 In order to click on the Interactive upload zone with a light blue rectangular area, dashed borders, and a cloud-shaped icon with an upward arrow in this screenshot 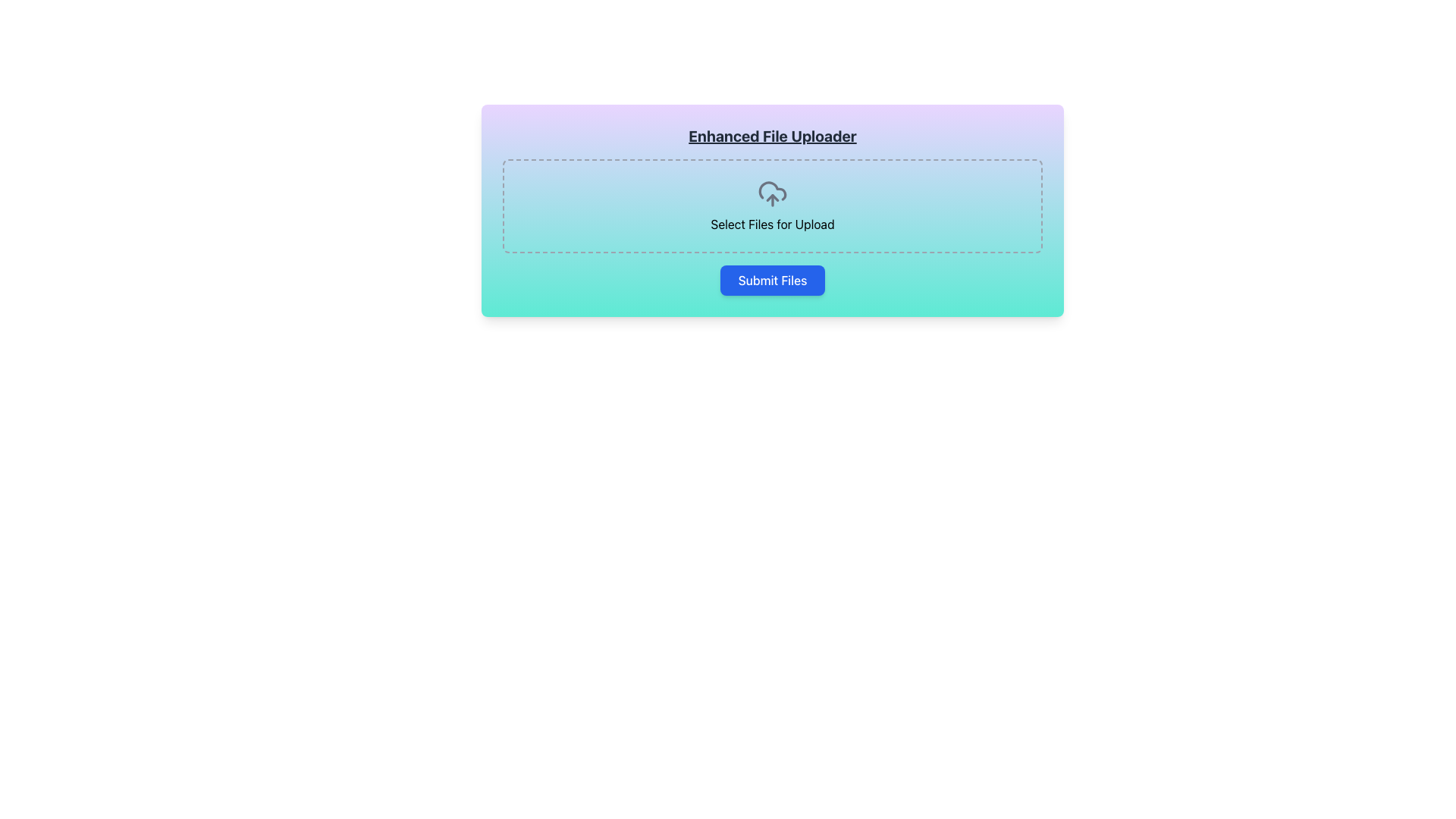, I will do `click(772, 206)`.